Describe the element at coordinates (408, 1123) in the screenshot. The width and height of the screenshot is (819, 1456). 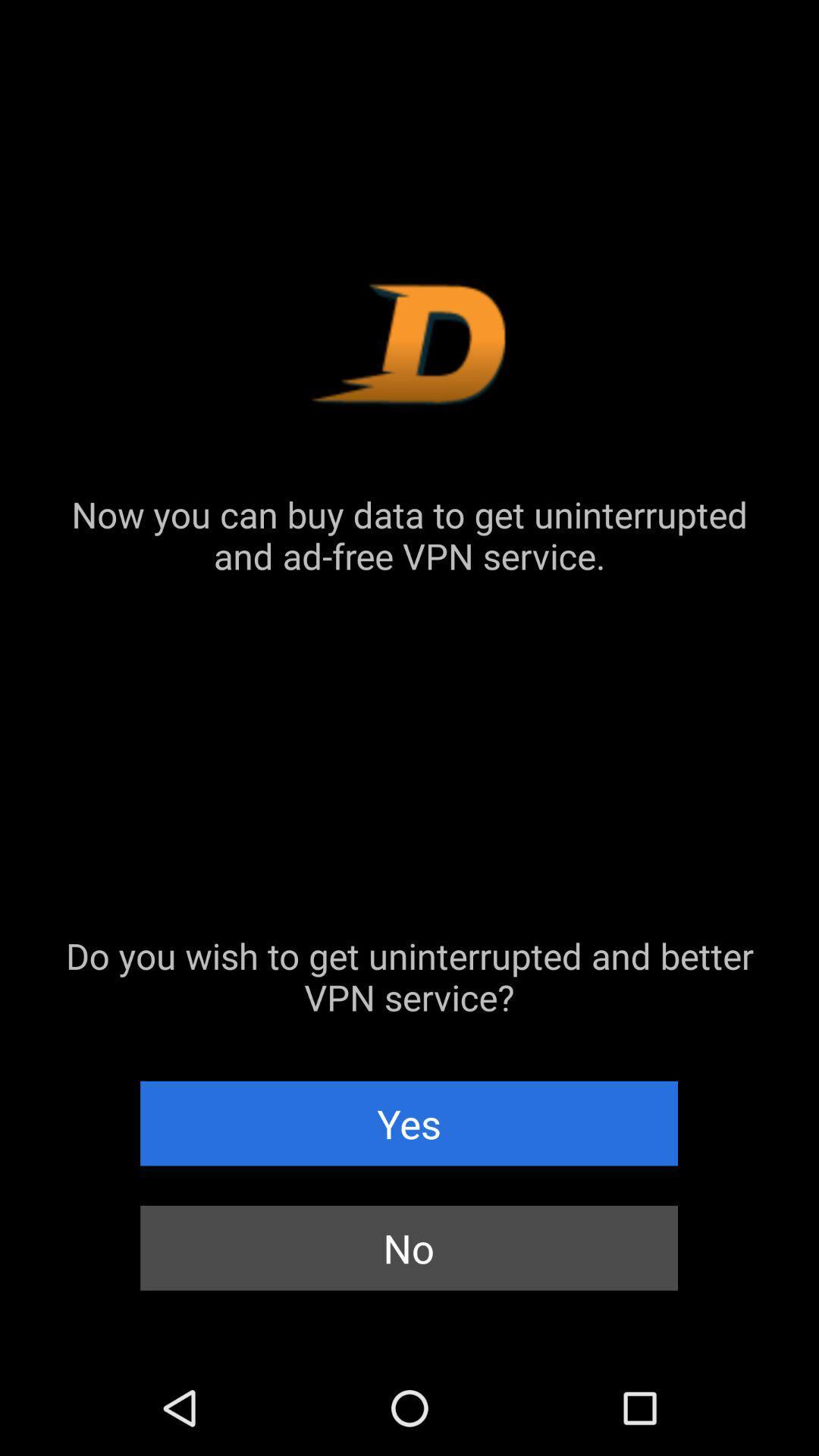
I see `the item above no item` at that location.